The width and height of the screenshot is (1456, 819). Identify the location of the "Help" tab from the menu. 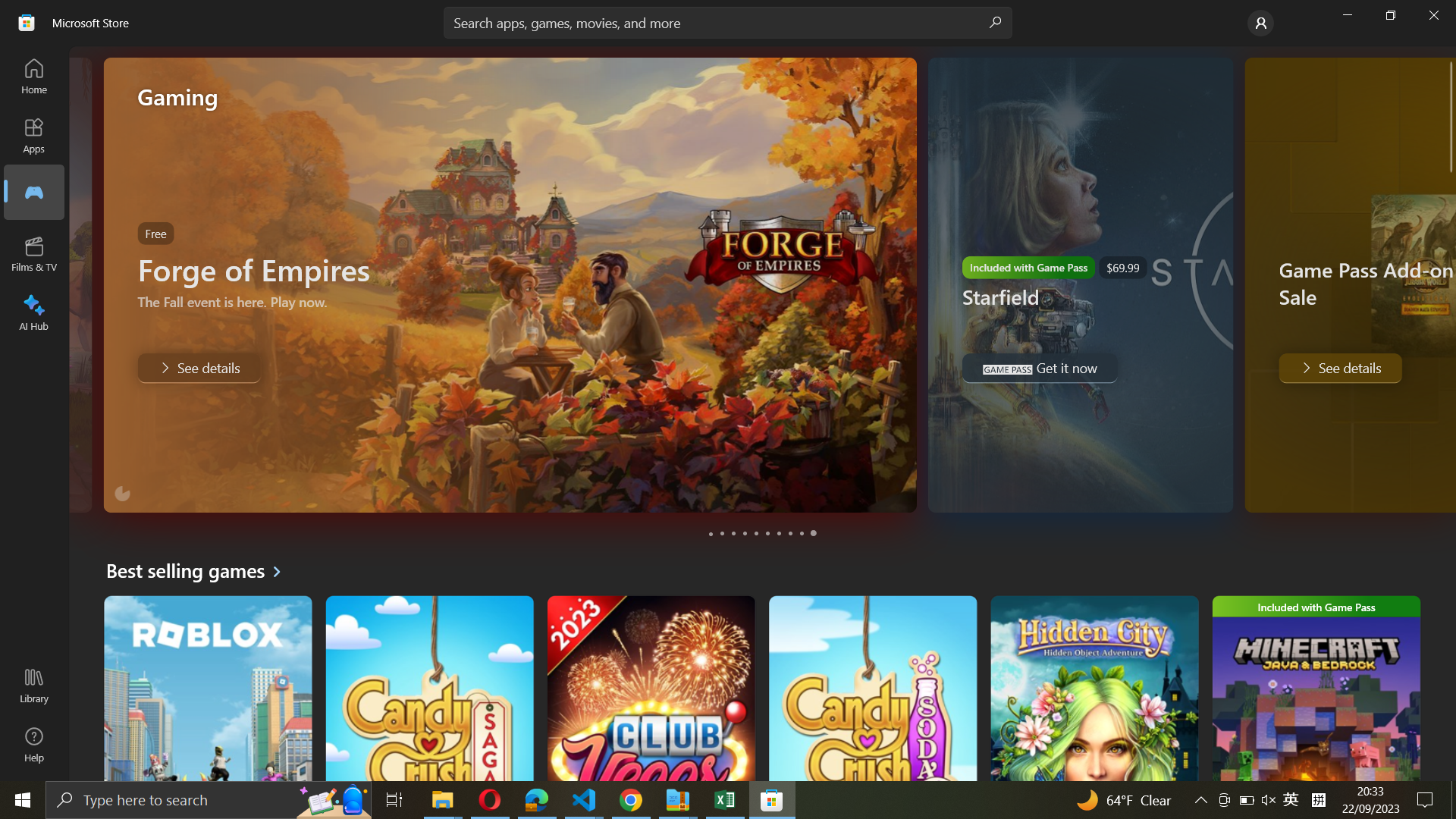
(33, 745).